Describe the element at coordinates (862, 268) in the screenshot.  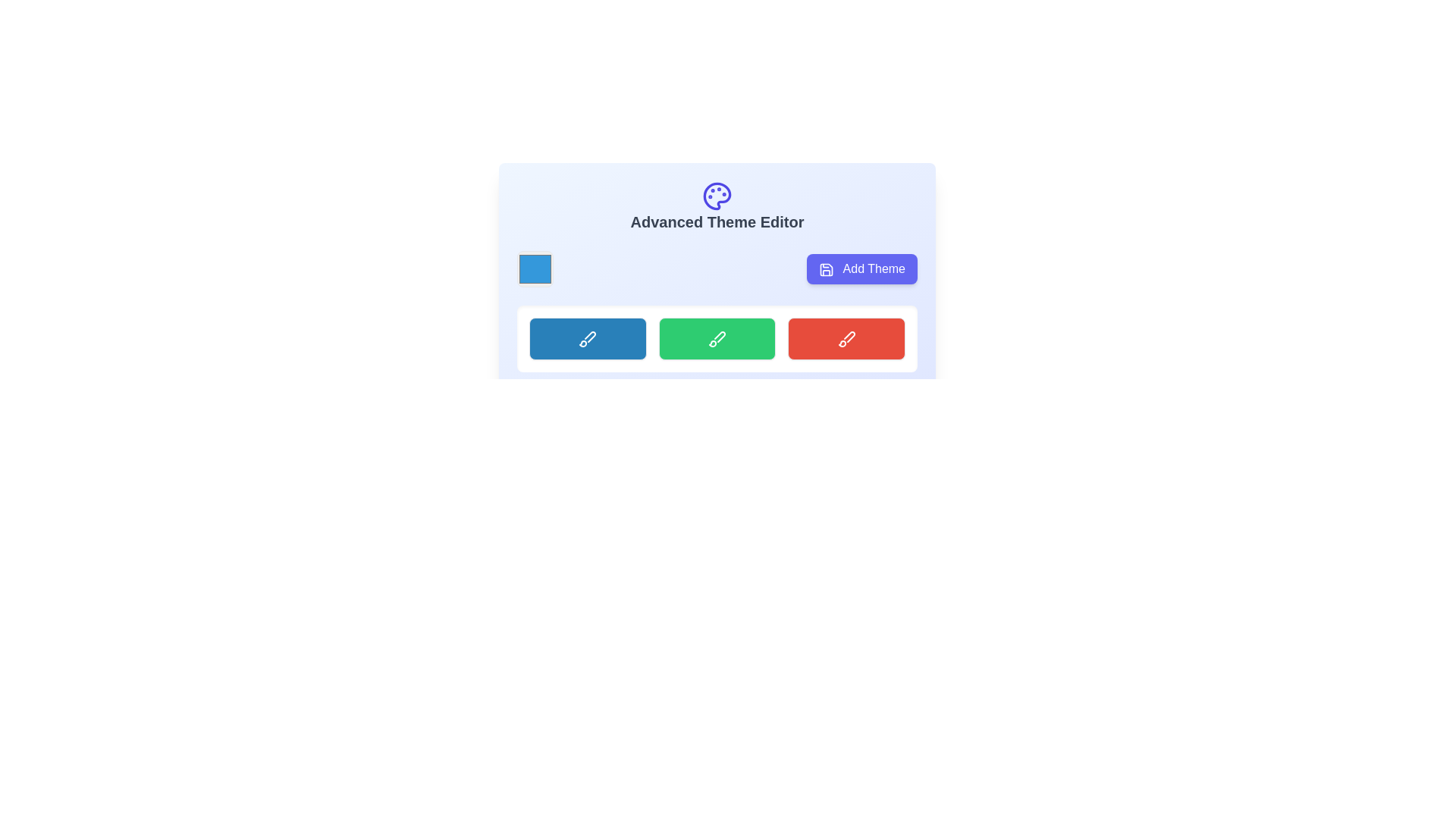
I see `the rectangular 'Add Theme' button with a purple background and white text located in the top-right area of the 'Advanced Theme Editor' panel` at that location.